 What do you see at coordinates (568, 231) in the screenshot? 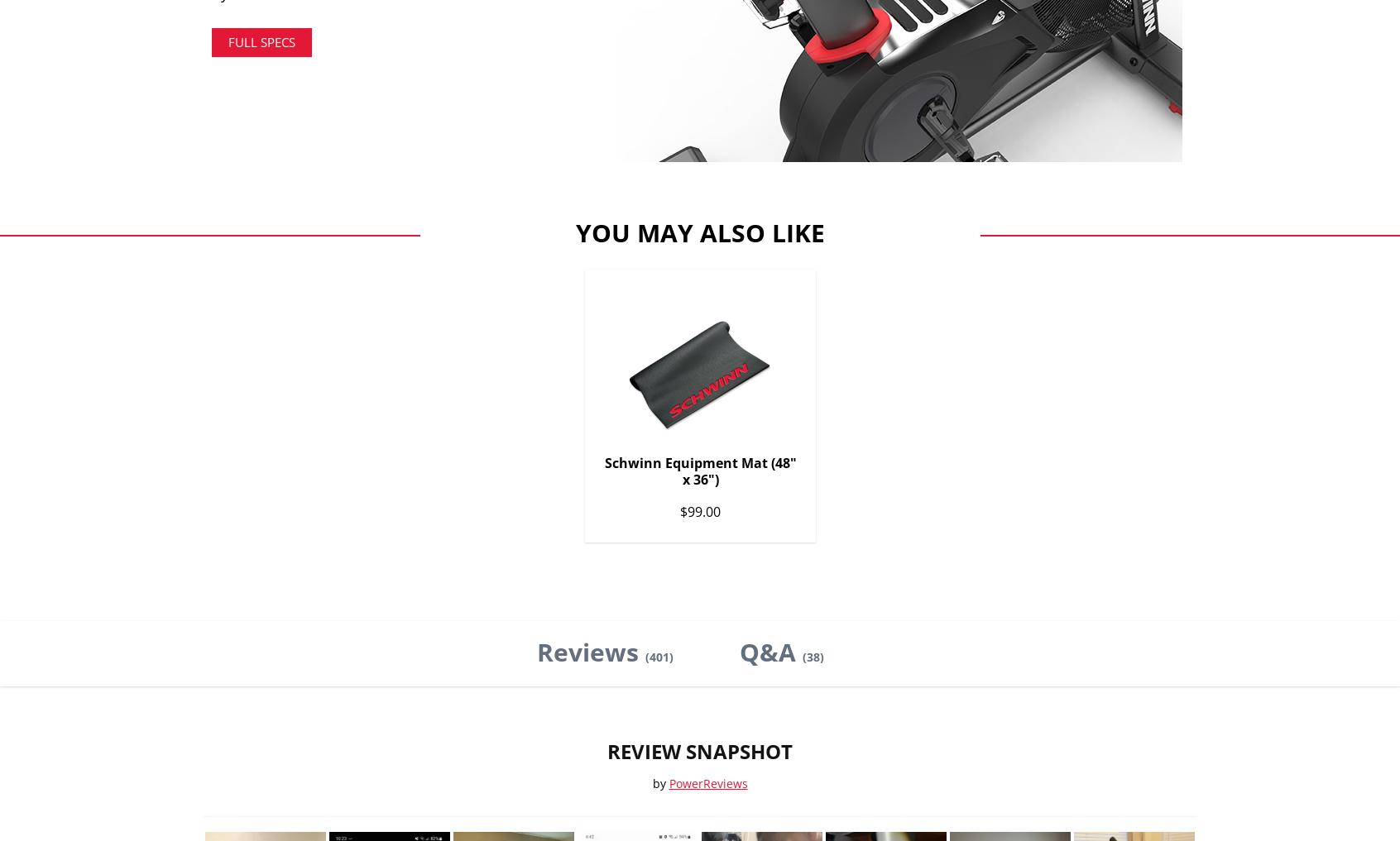
I see `'You May Also Like'` at bounding box center [568, 231].